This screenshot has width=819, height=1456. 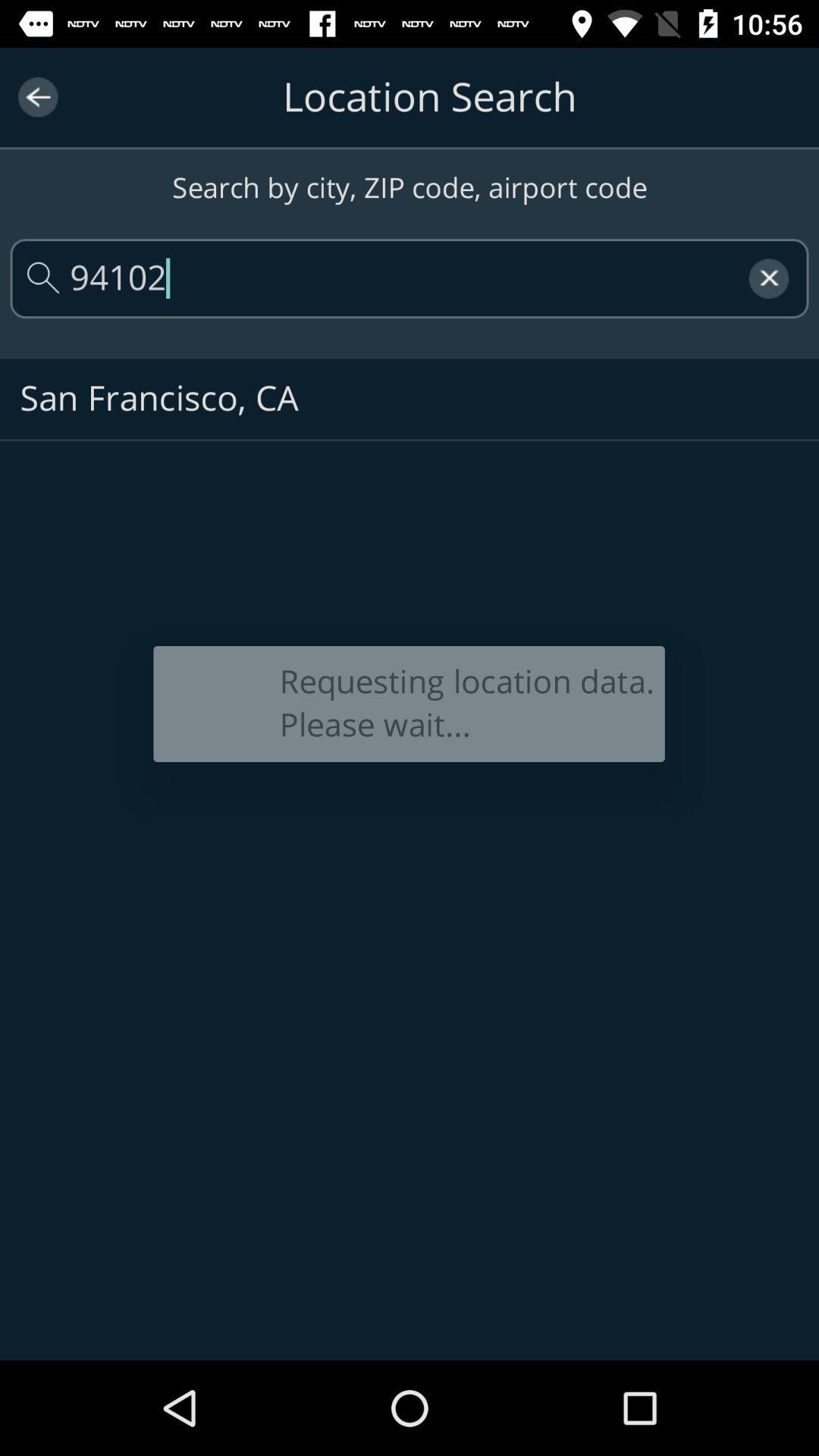 I want to click on the close icon, so click(x=769, y=278).